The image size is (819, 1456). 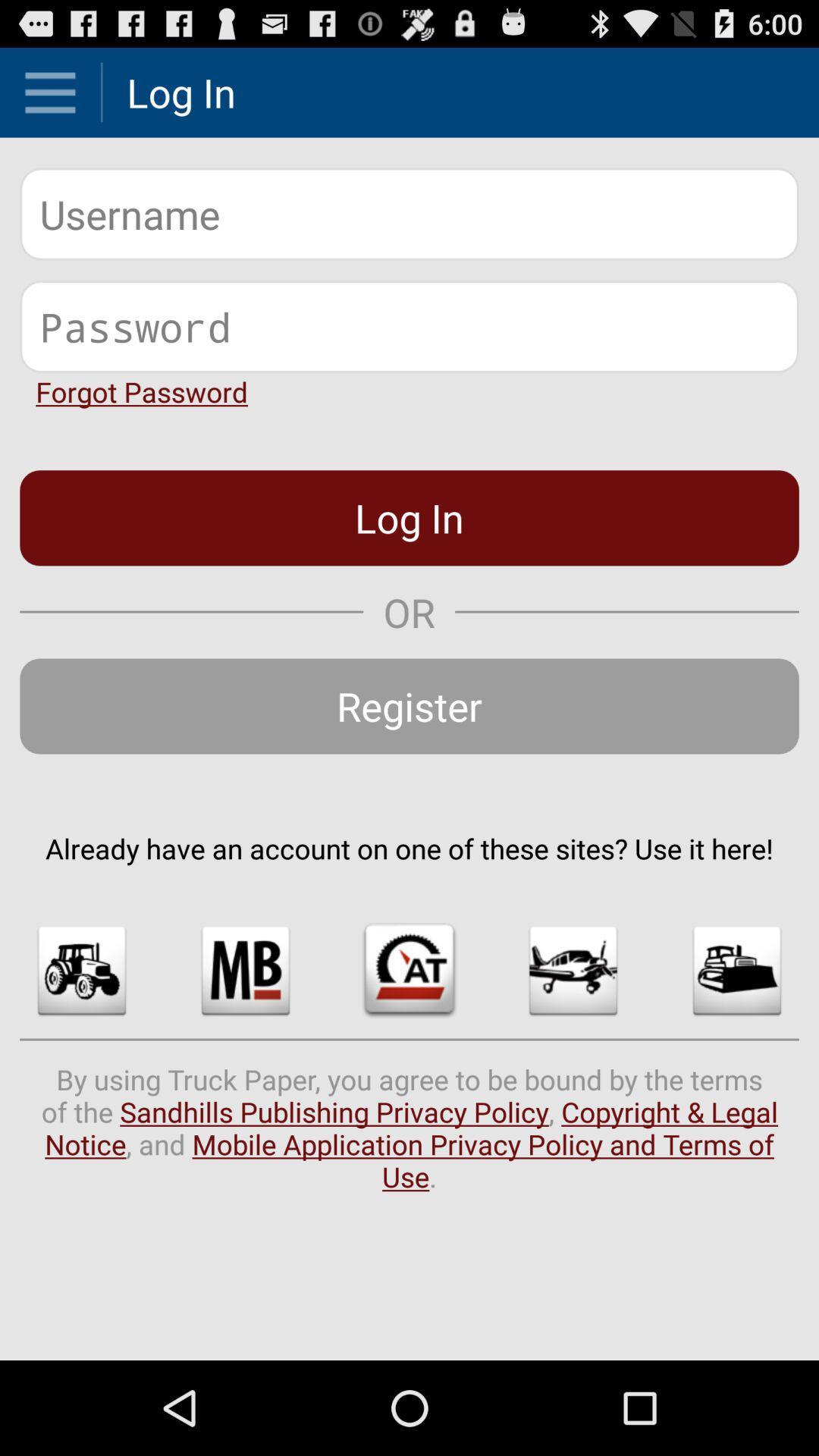 I want to click on app below or, so click(x=409, y=705).